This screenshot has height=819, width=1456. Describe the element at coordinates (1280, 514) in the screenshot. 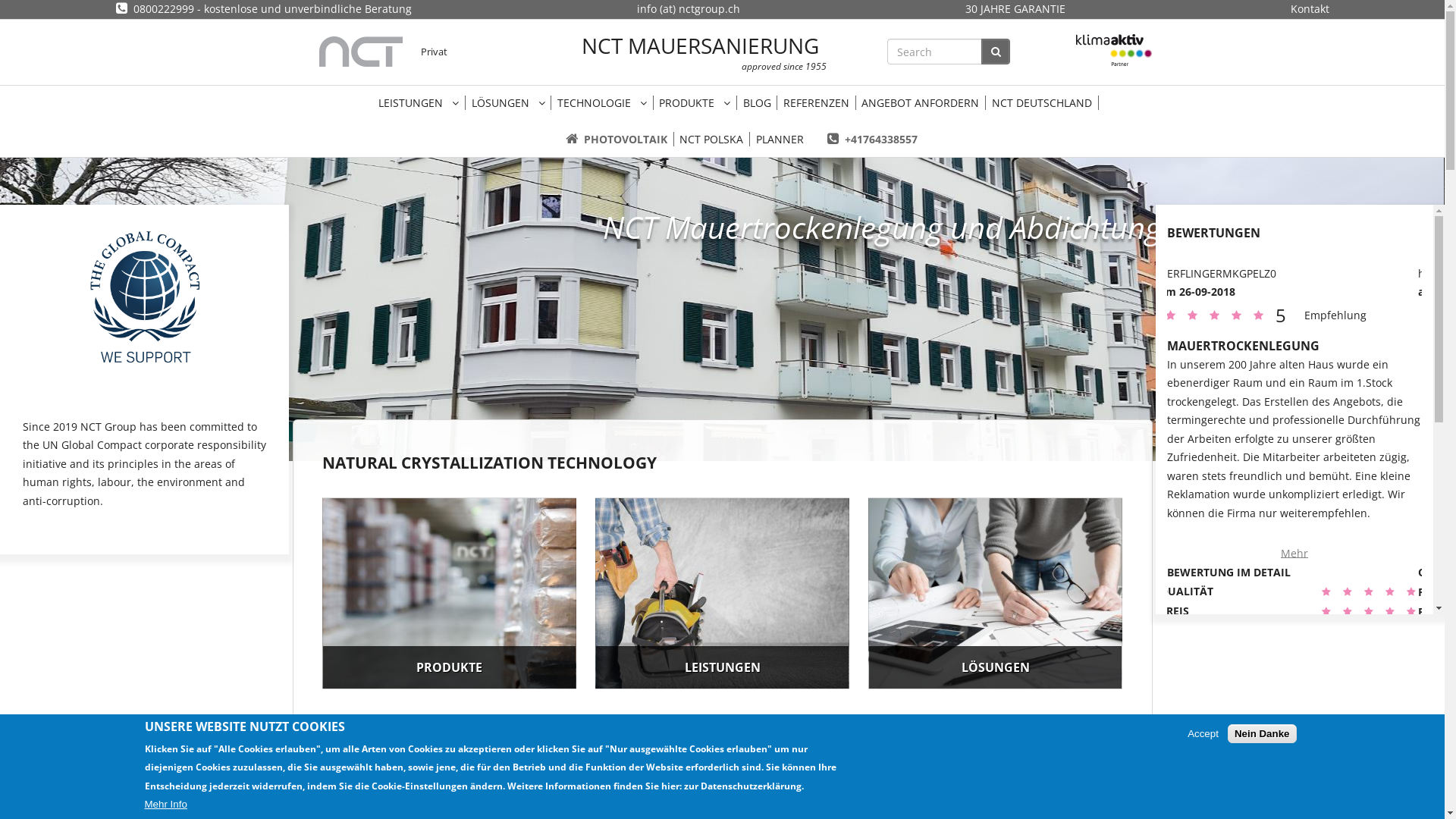

I see `'Mehr'` at that location.